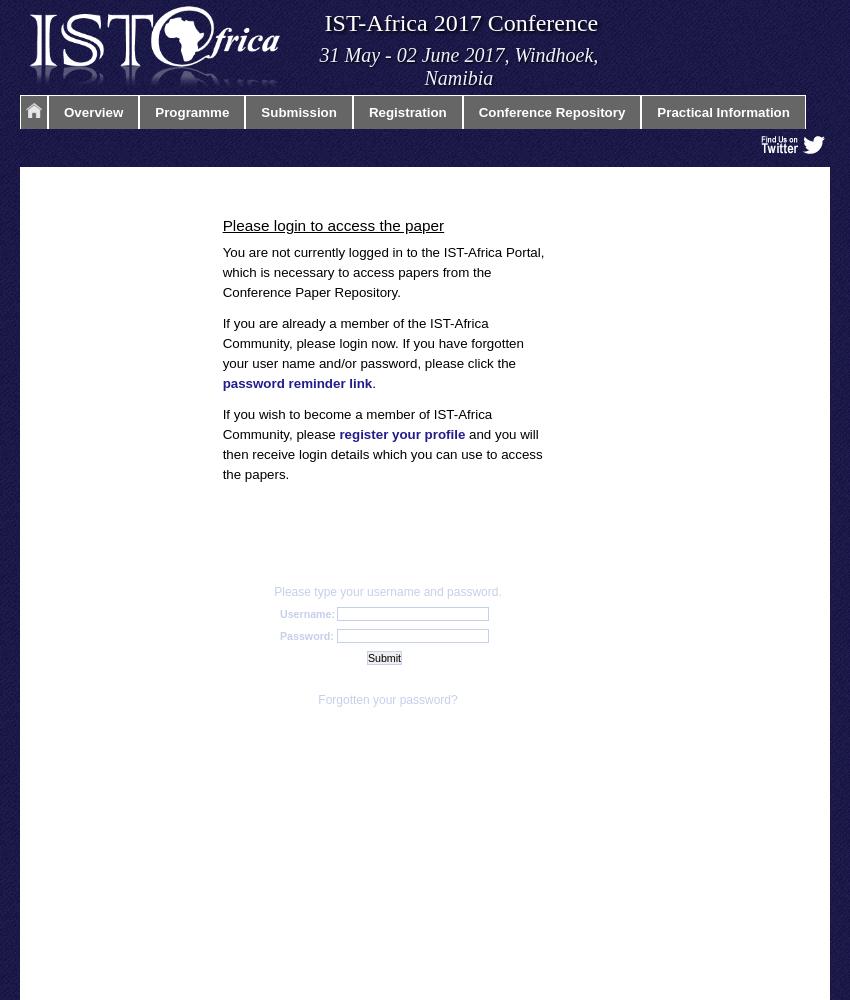  What do you see at coordinates (271, 489) in the screenshot?
I see `'IST-Africa 2006'` at bounding box center [271, 489].